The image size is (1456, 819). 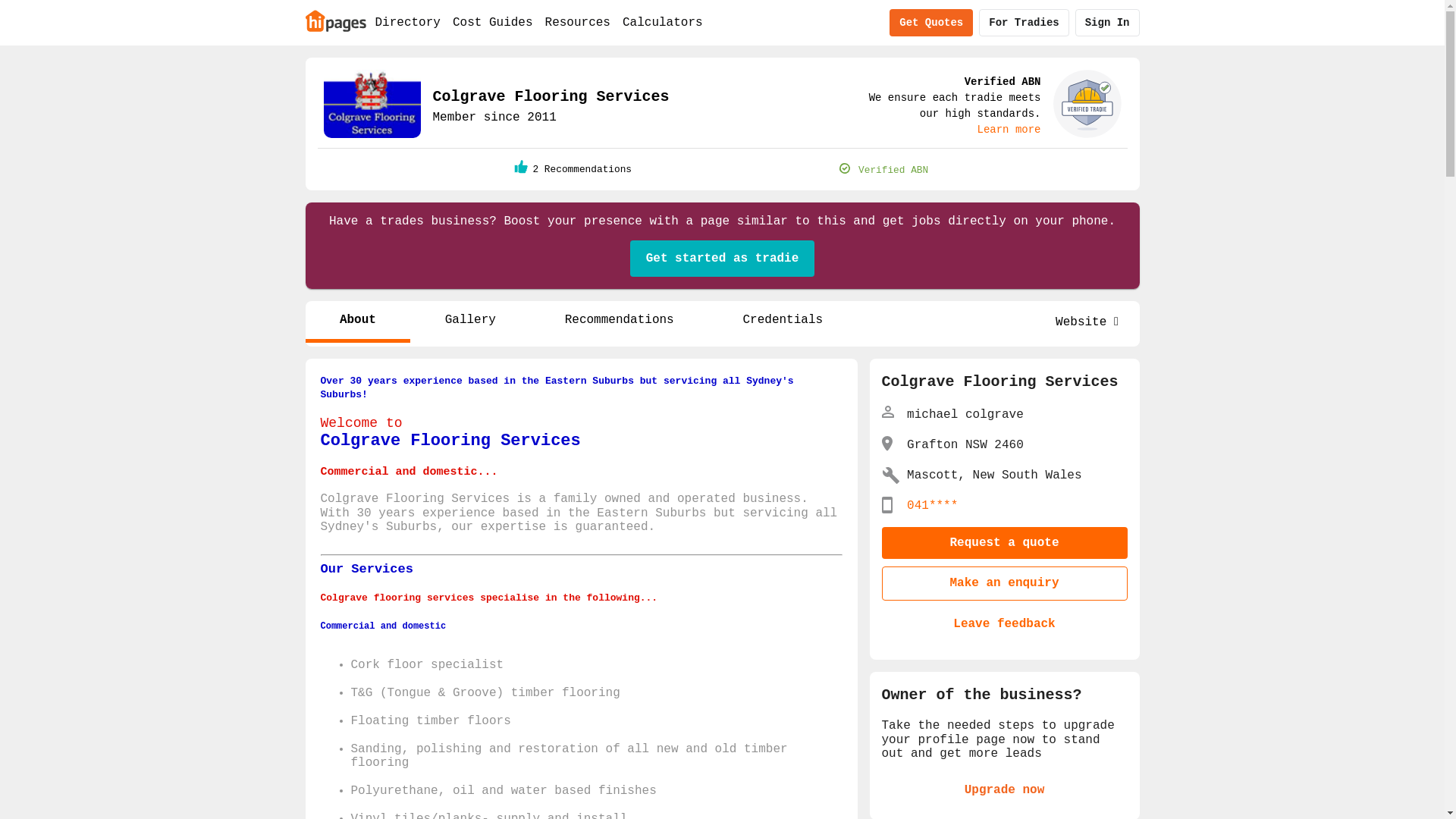 I want to click on 'Leave feedback', so click(x=880, y=623).